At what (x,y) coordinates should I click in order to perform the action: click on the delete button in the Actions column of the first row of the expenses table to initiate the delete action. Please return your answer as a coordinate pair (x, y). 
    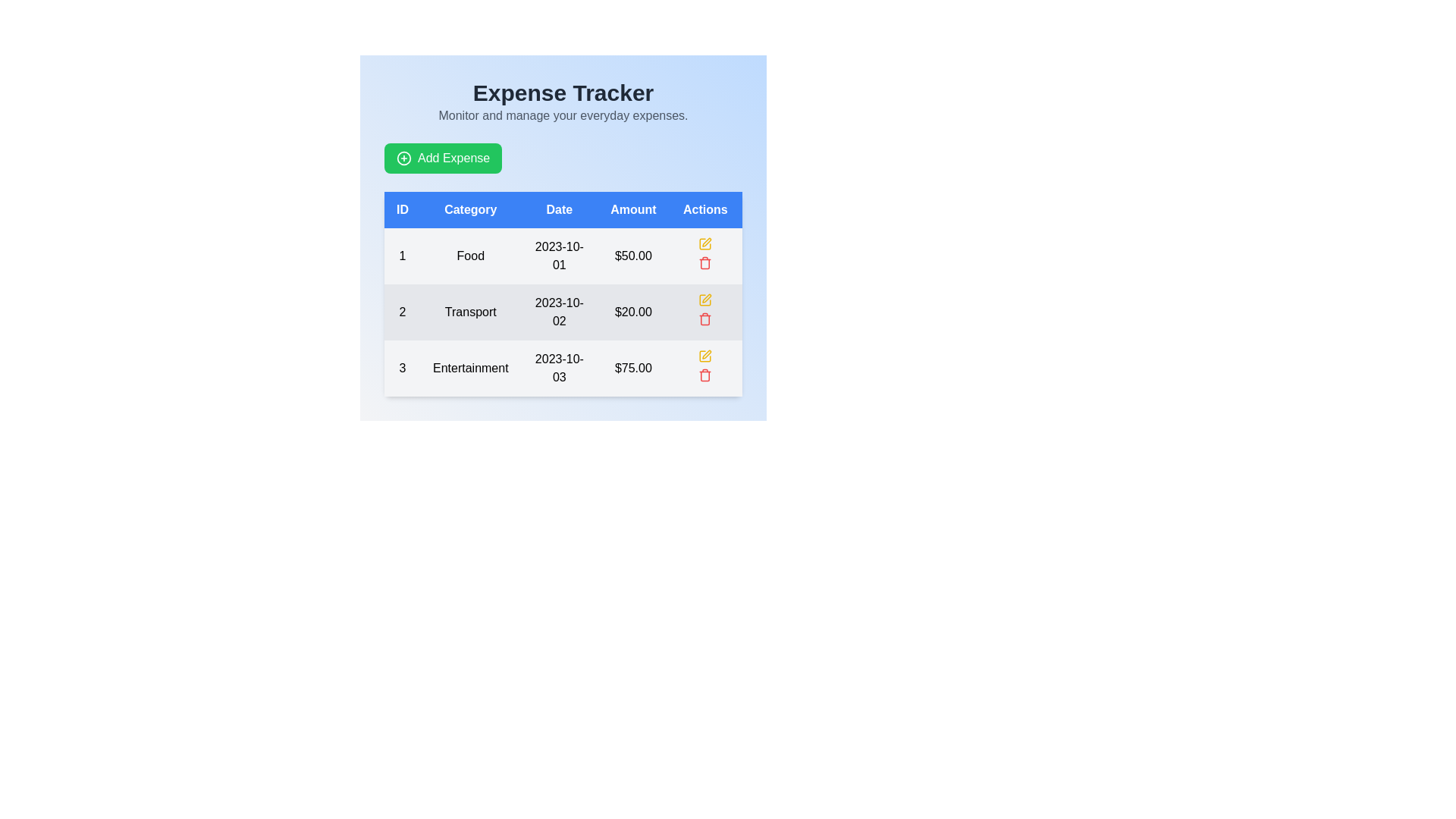
    Looking at the image, I should click on (704, 262).